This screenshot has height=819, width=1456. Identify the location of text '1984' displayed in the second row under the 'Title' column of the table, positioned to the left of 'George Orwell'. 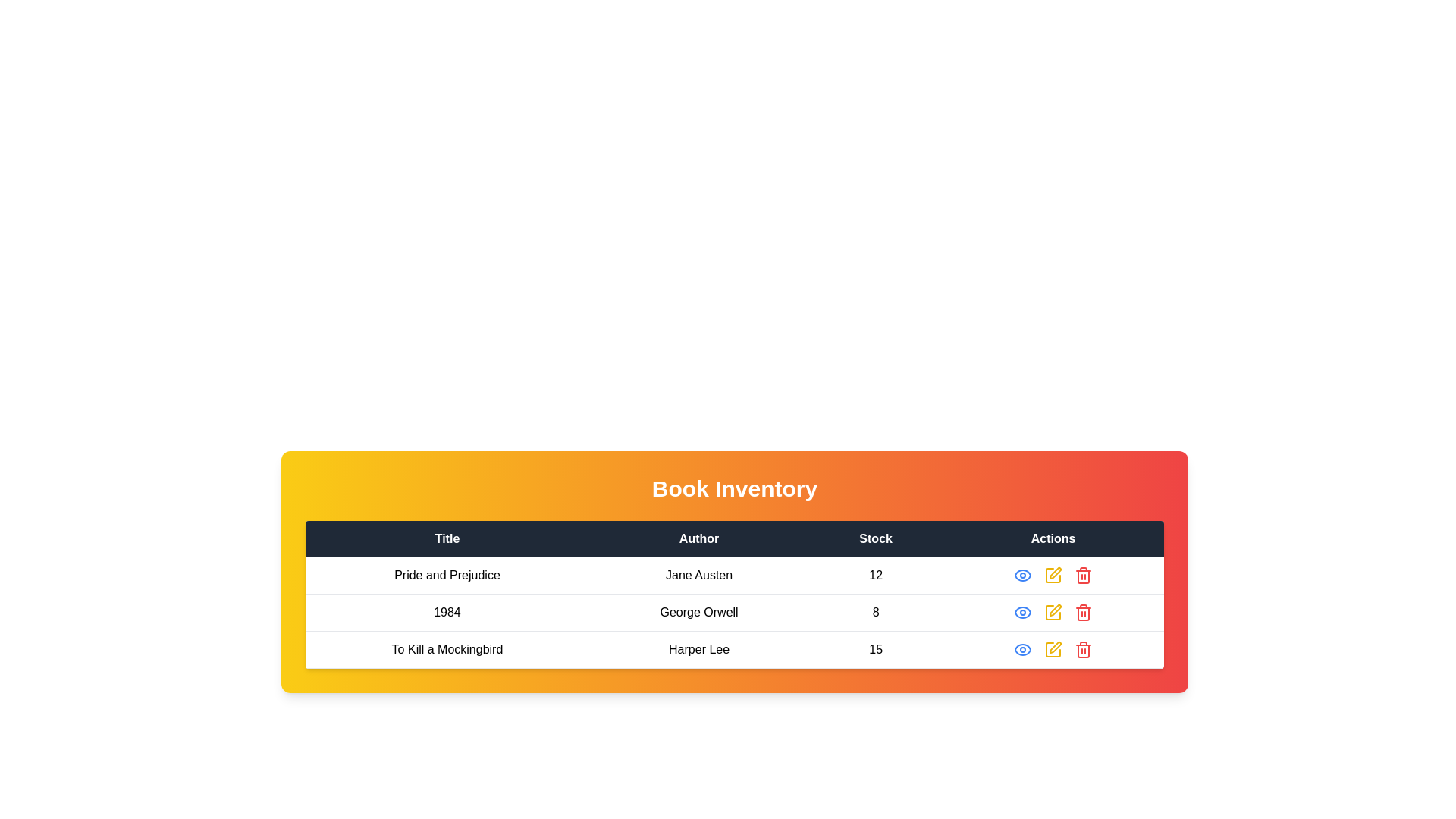
(447, 611).